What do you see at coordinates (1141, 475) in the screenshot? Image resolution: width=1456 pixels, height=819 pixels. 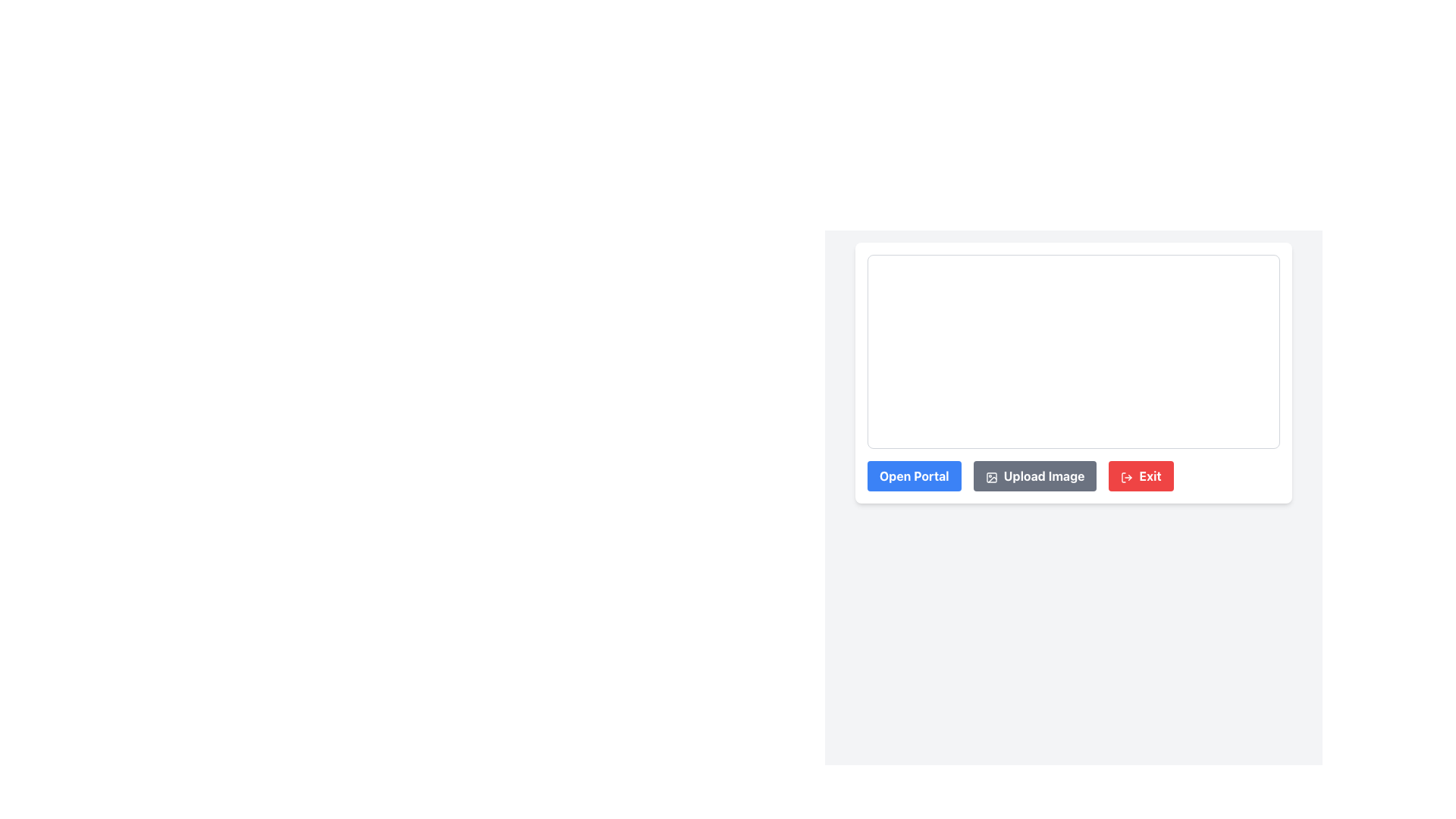 I see `the 'Exit' button, which is a rectangular button with a bold red background and rounded corners, using keyboard navigation for accessibility` at bounding box center [1141, 475].